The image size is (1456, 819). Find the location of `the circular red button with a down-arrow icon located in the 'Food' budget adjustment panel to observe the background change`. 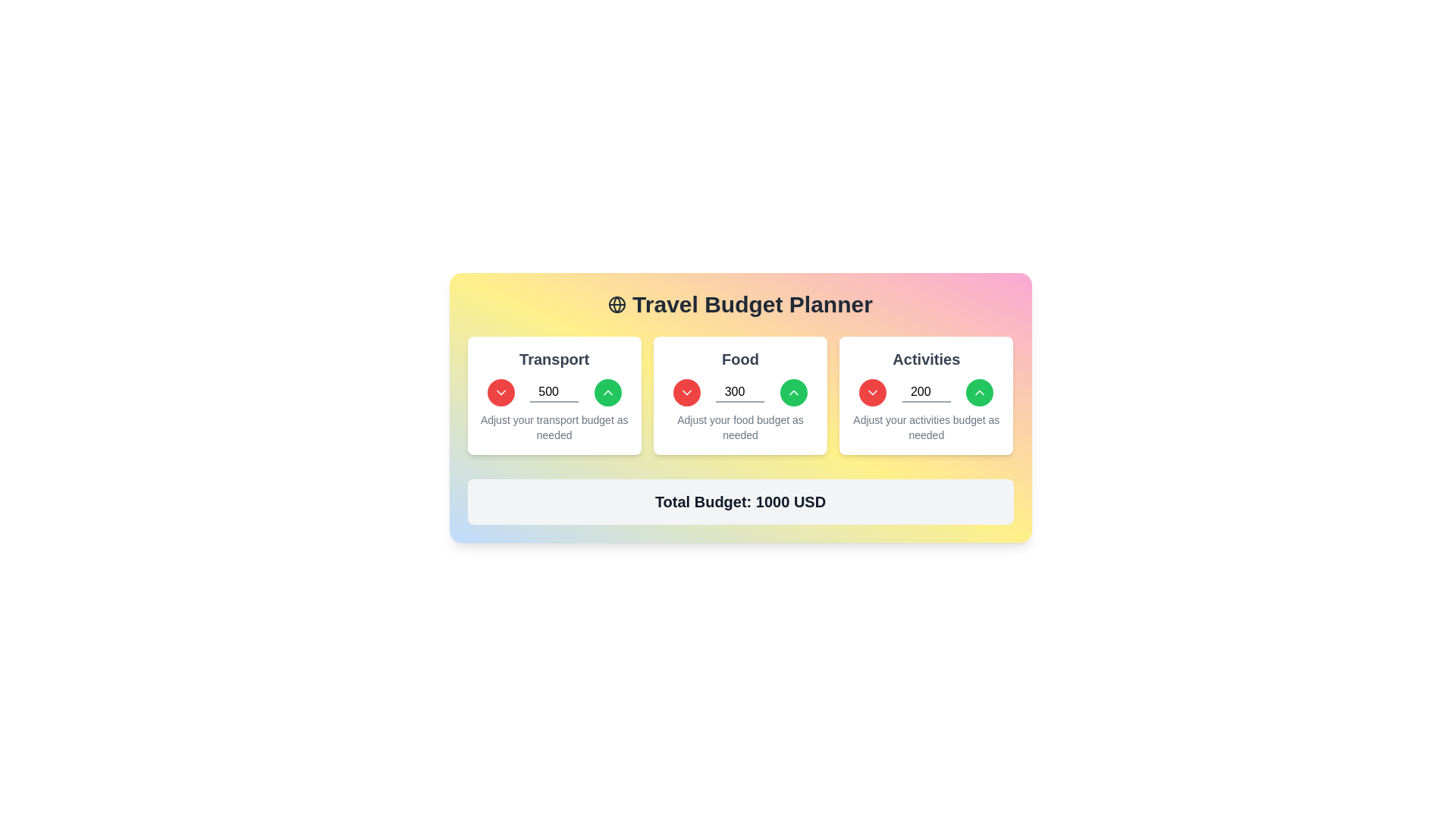

the circular red button with a down-arrow icon located in the 'Food' budget adjustment panel to observe the background change is located at coordinates (686, 391).